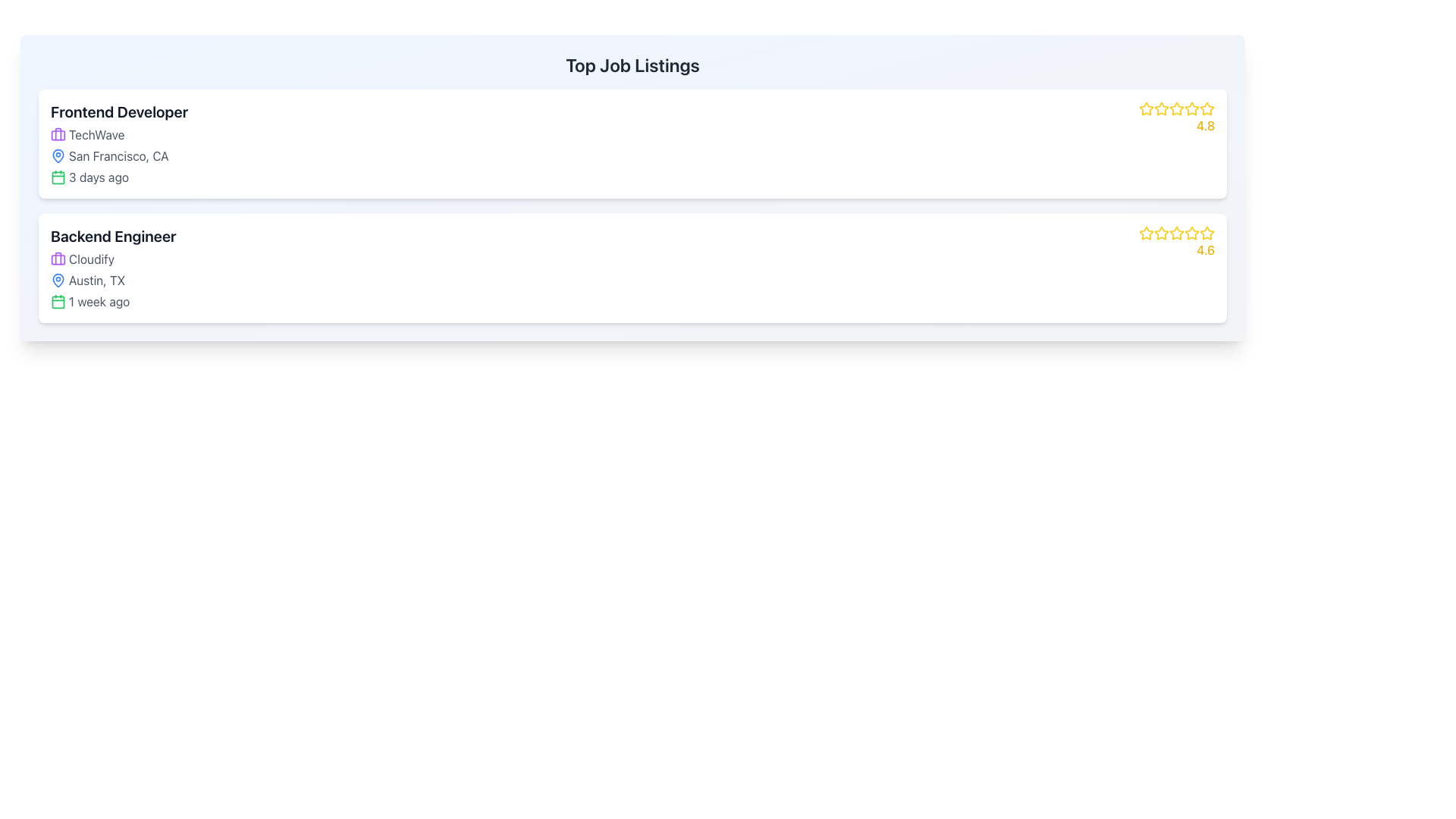 The height and width of the screenshot is (819, 1456). What do you see at coordinates (1160, 108) in the screenshot?
I see `the first deselected rating star icon` at bounding box center [1160, 108].